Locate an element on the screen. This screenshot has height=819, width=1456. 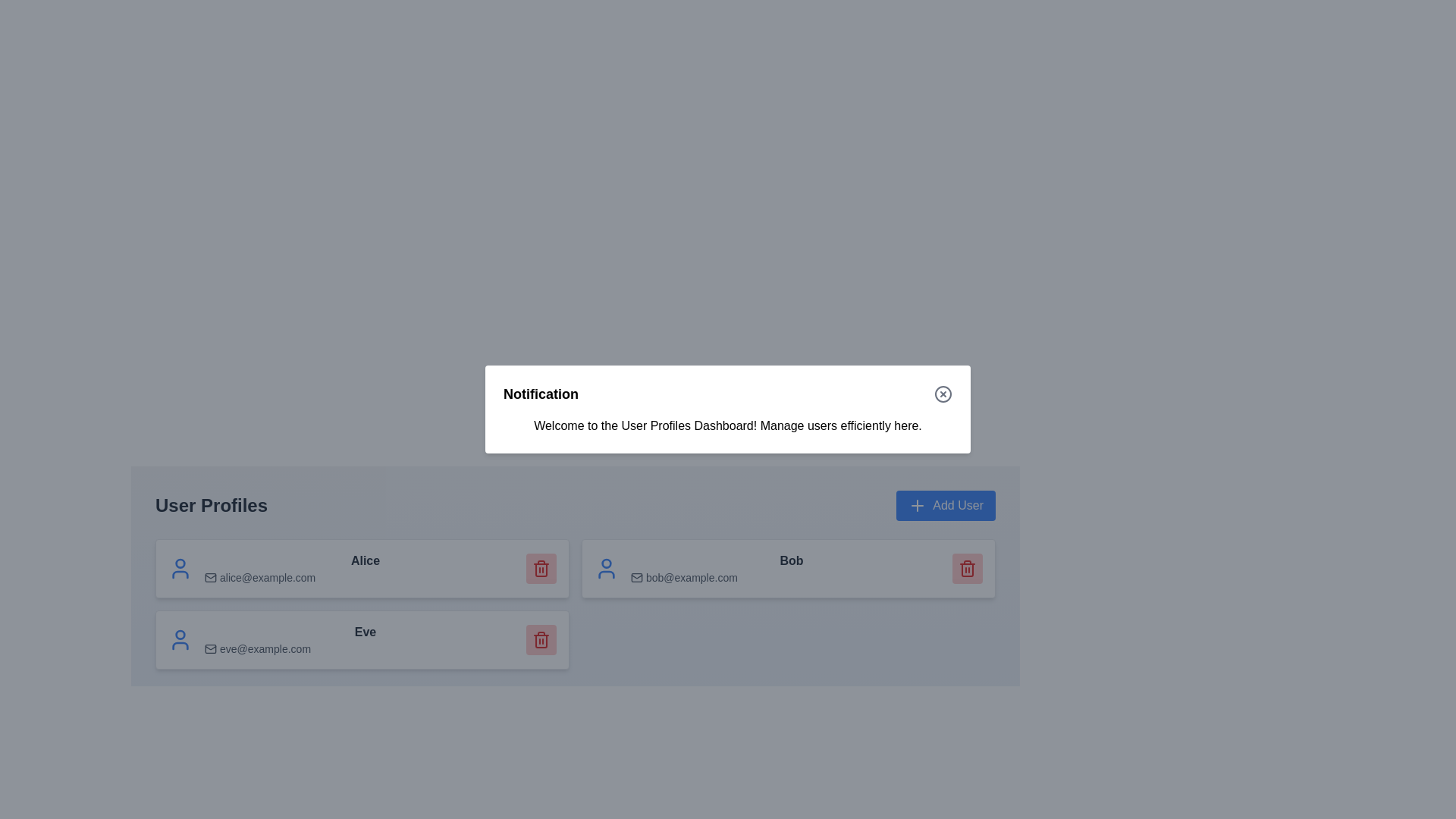
the text label with icon that displays user contact information in the third user profile card located in the bottom-right corner of the user profiles list is located at coordinates (790, 568).